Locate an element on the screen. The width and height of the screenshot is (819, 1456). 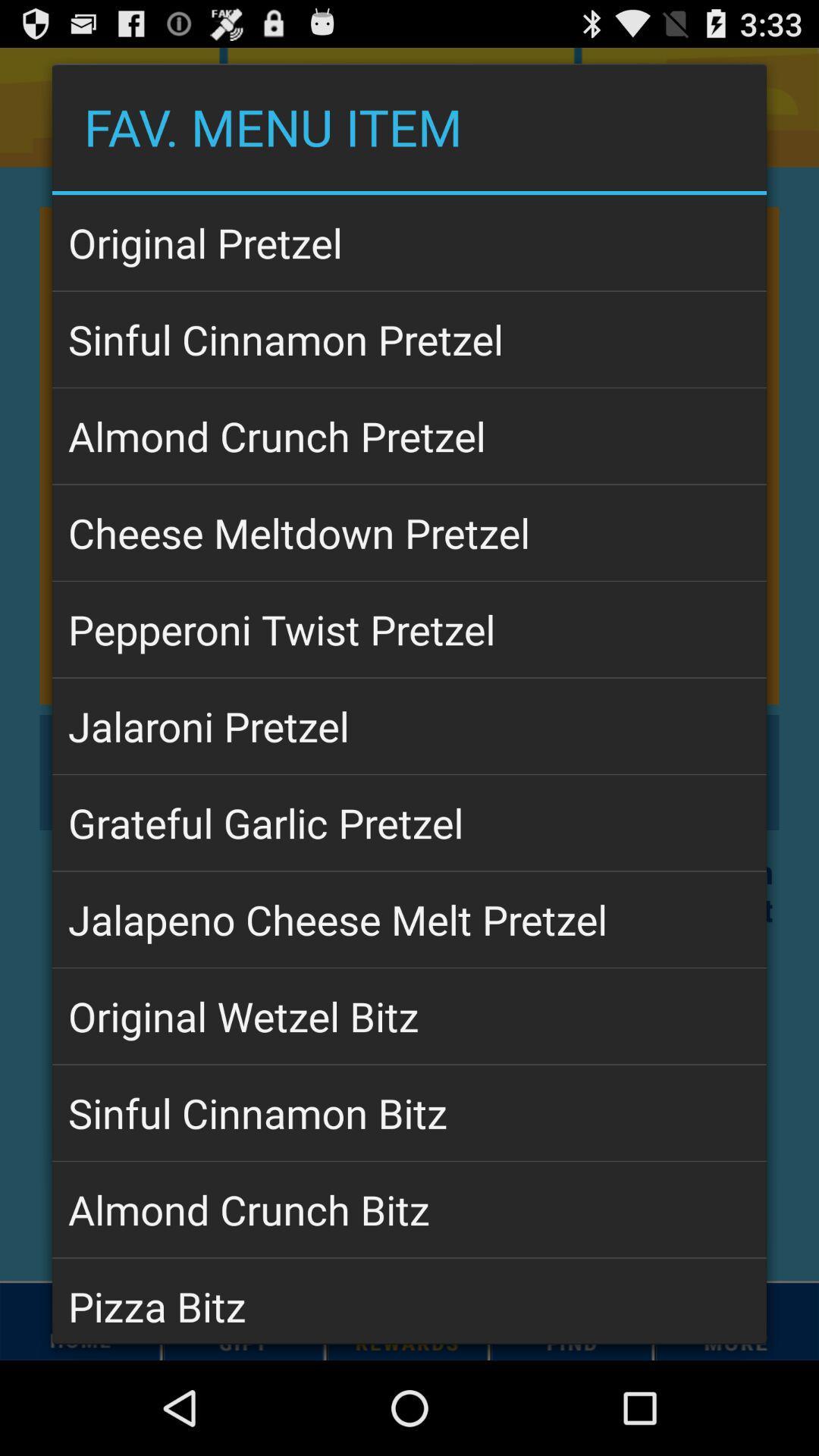
original pretzel app is located at coordinates (409, 243).